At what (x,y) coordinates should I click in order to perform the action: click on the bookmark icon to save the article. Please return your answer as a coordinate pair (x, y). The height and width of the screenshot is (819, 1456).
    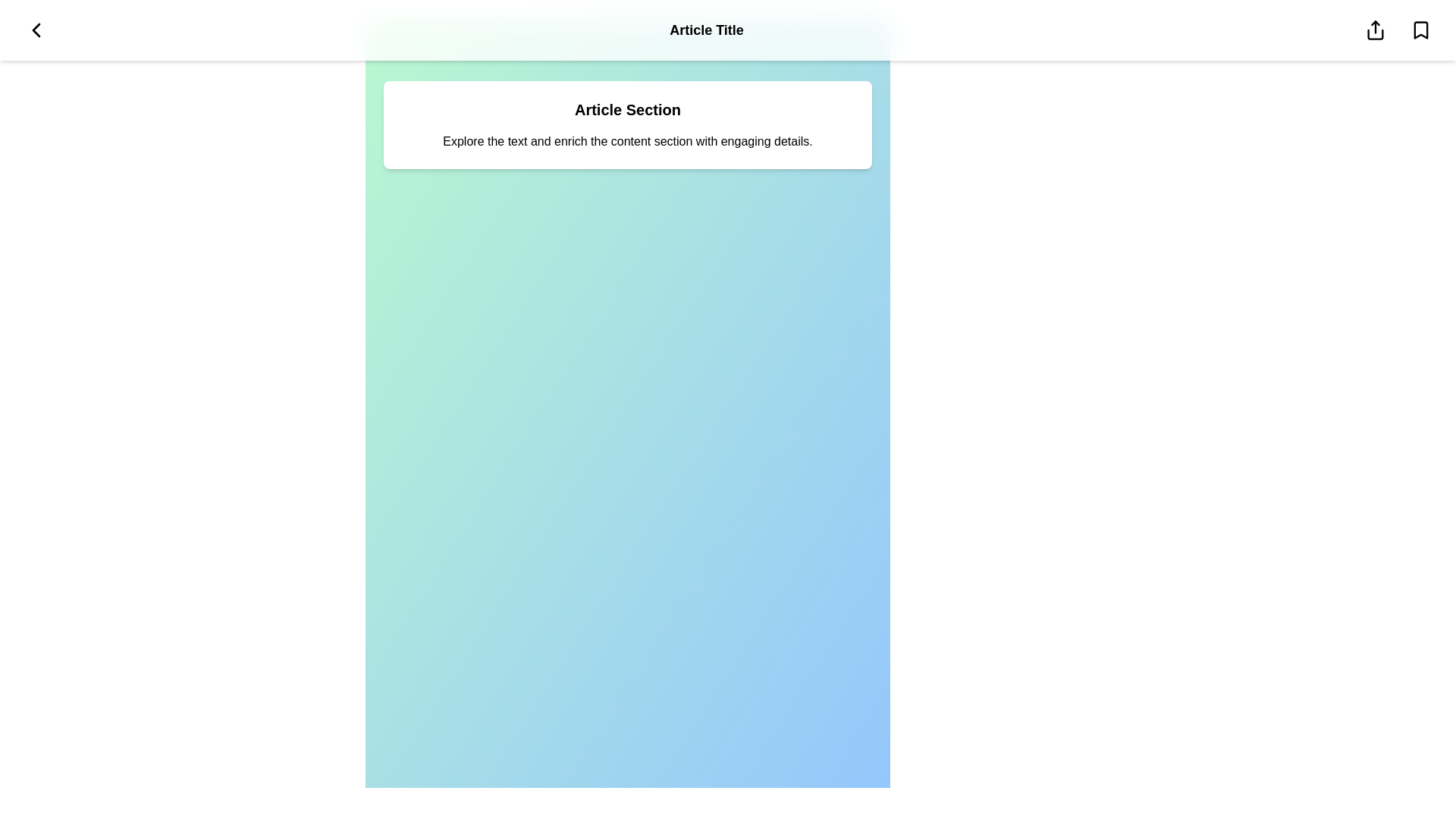
    Looking at the image, I should click on (1420, 30).